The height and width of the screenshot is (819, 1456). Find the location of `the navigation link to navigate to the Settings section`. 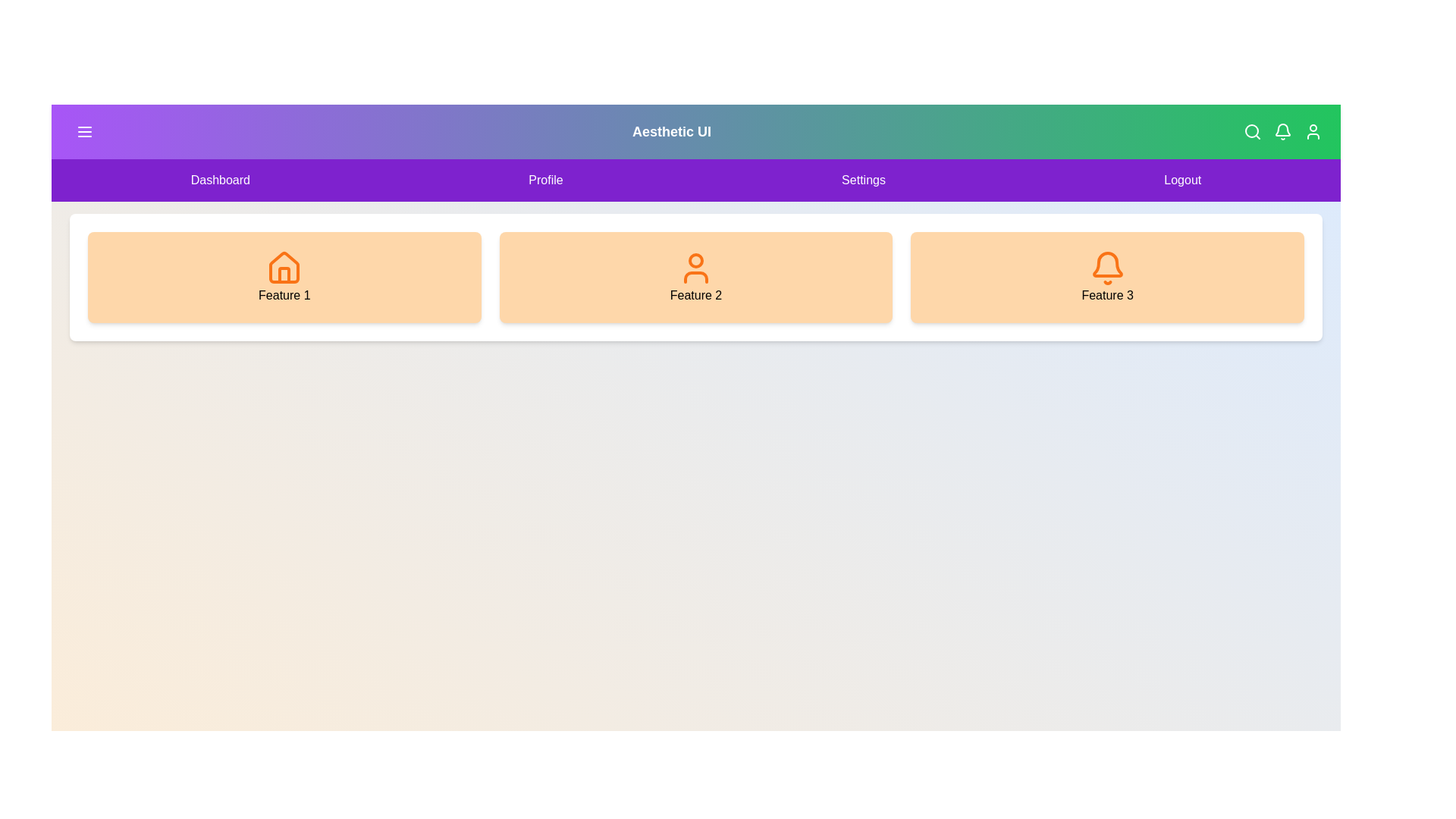

the navigation link to navigate to the Settings section is located at coordinates (863, 180).